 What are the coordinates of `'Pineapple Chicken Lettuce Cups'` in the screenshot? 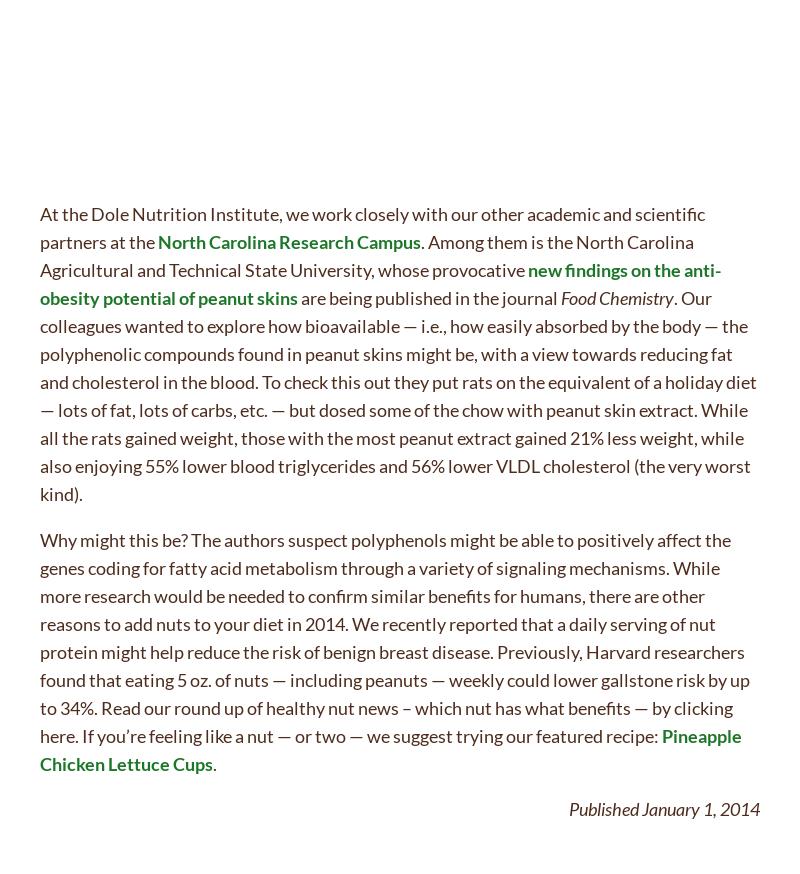 It's located at (390, 748).